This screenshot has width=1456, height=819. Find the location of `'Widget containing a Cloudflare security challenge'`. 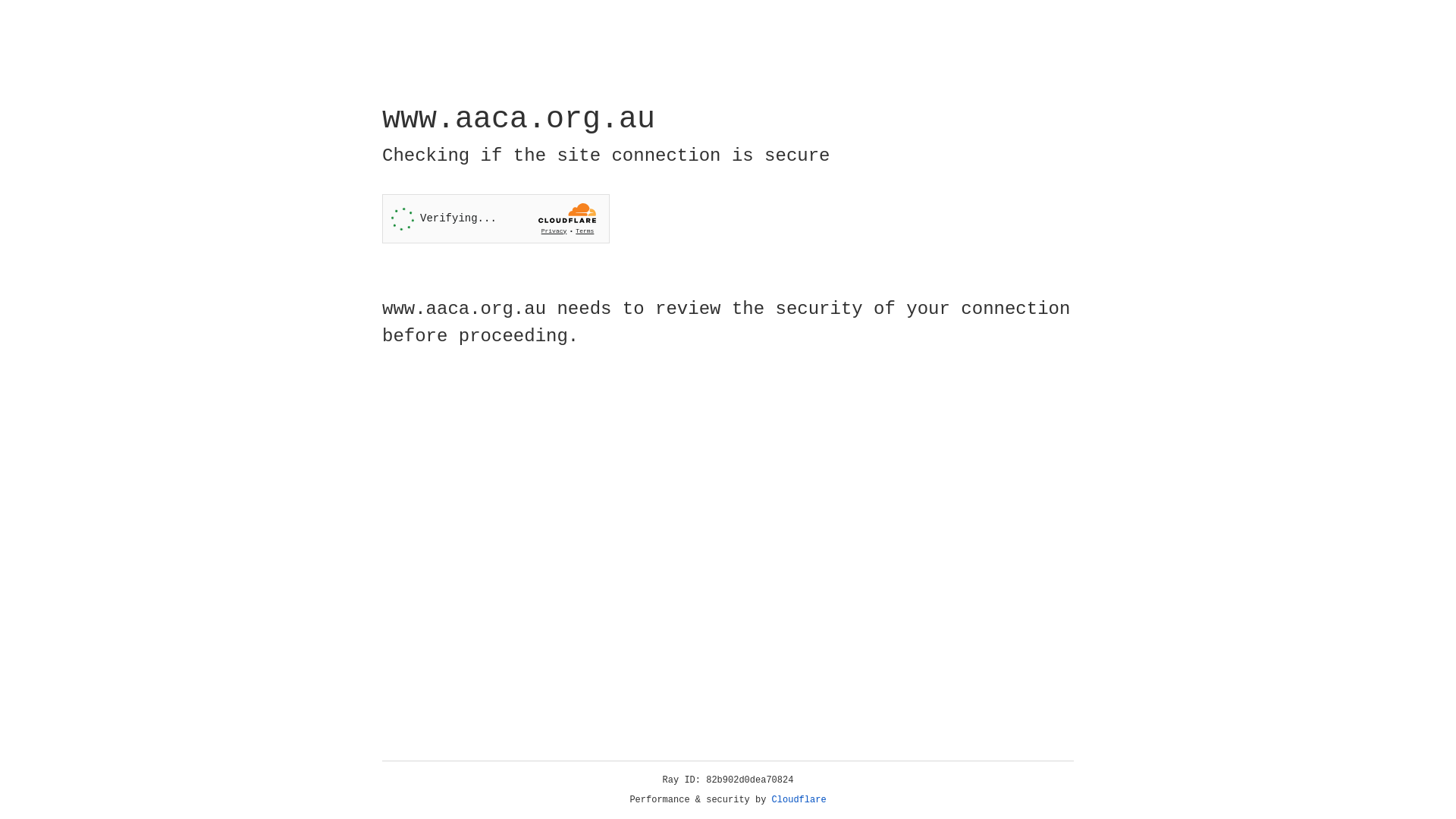

'Widget containing a Cloudflare security challenge' is located at coordinates (495, 218).